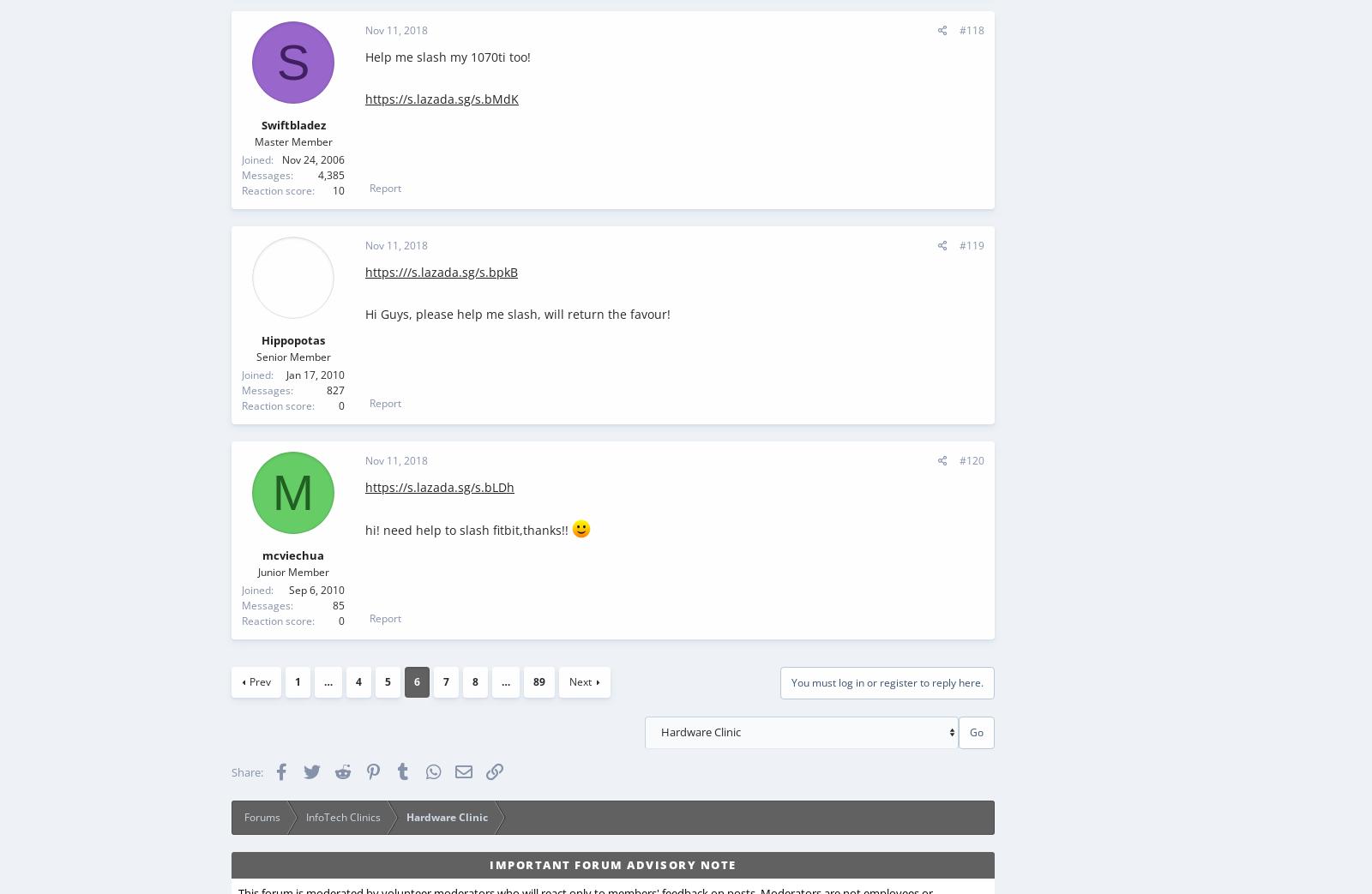 The width and height of the screenshot is (1372, 894). What do you see at coordinates (441, 98) in the screenshot?
I see `'https://s.lazada.sg/s.bMdK'` at bounding box center [441, 98].